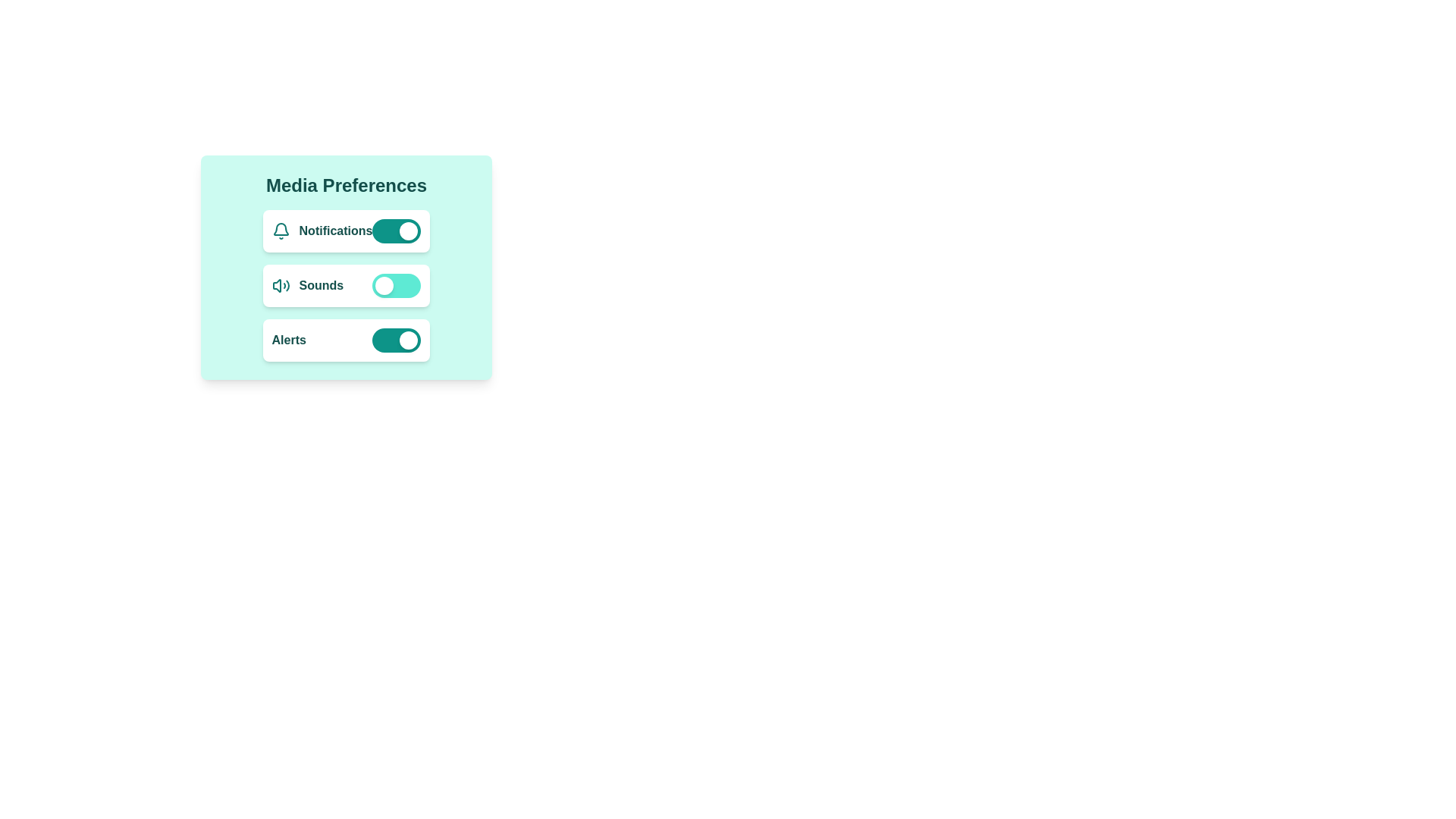 This screenshot has width=1456, height=819. I want to click on the teal speaker icon representing sound settings, located in the 'Sounds' row between the label 'Sounds' and the toggle switch, so click(281, 286).